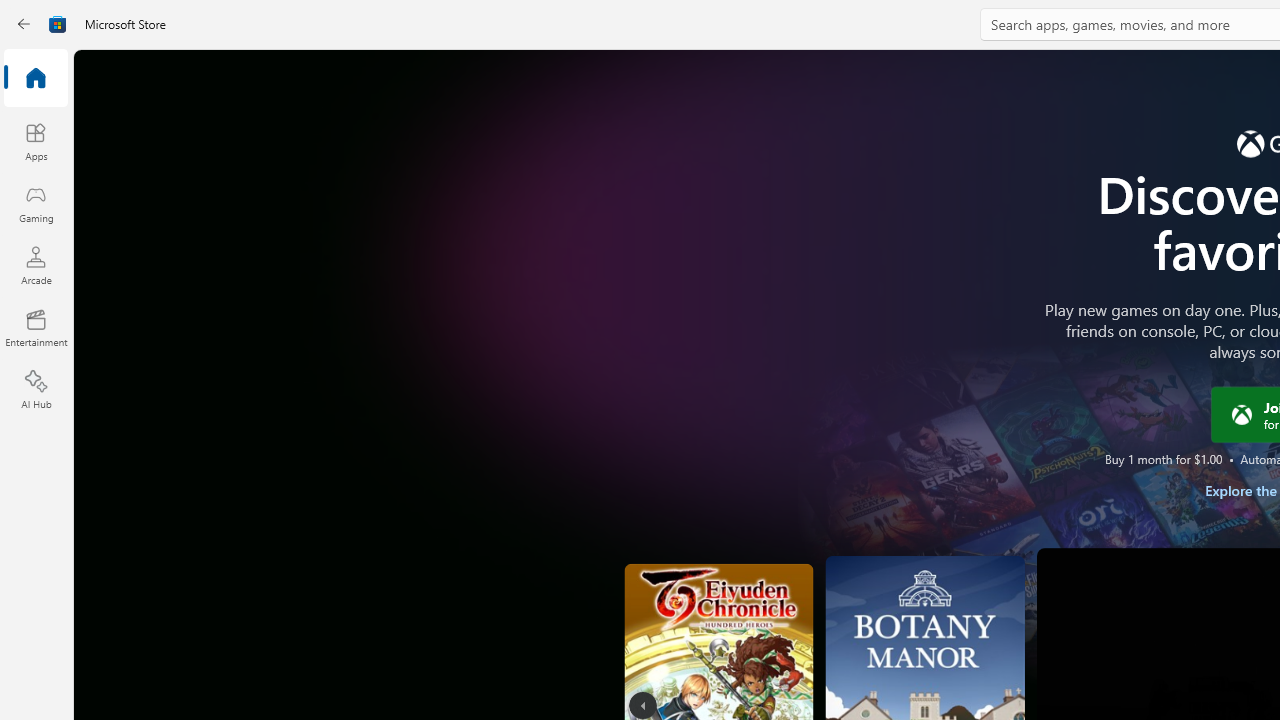 The image size is (1280, 720). Describe the element at coordinates (35, 78) in the screenshot. I see `'Home'` at that location.